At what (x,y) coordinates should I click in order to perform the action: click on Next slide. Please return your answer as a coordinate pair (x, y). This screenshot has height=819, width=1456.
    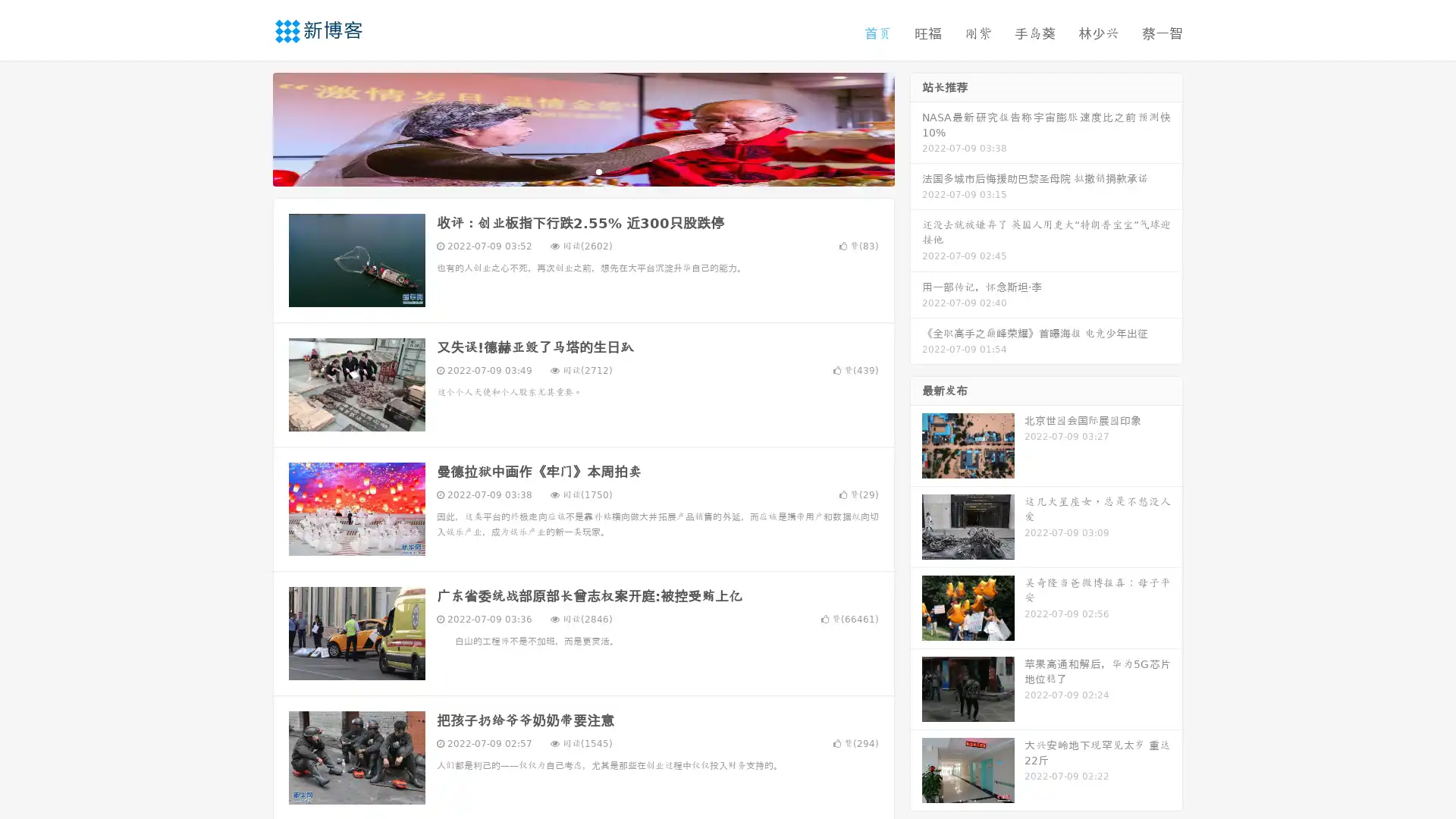
    Looking at the image, I should click on (916, 127).